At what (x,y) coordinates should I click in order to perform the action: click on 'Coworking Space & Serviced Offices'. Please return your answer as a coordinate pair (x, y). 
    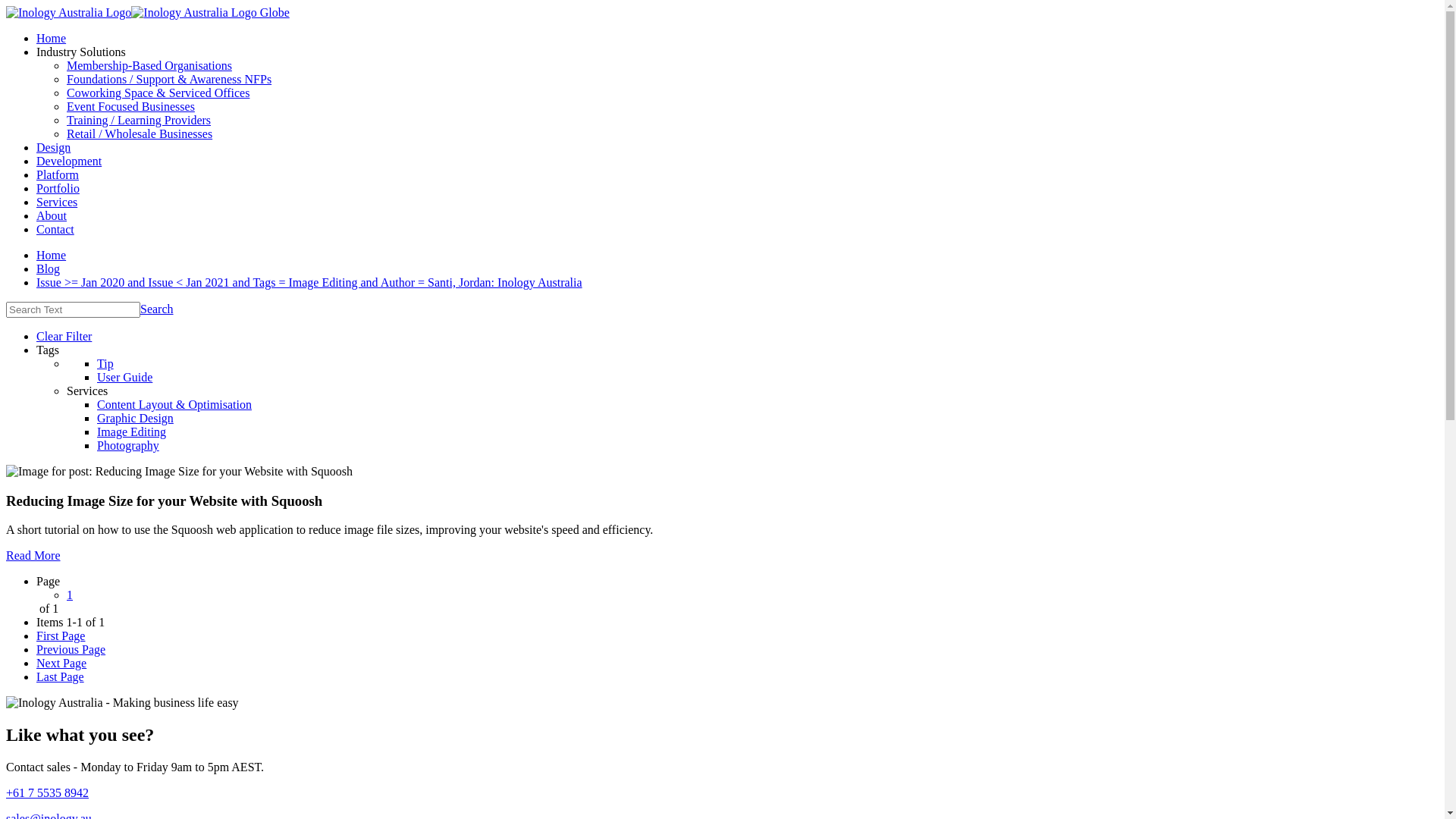
    Looking at the image, I should click on (158, 93).